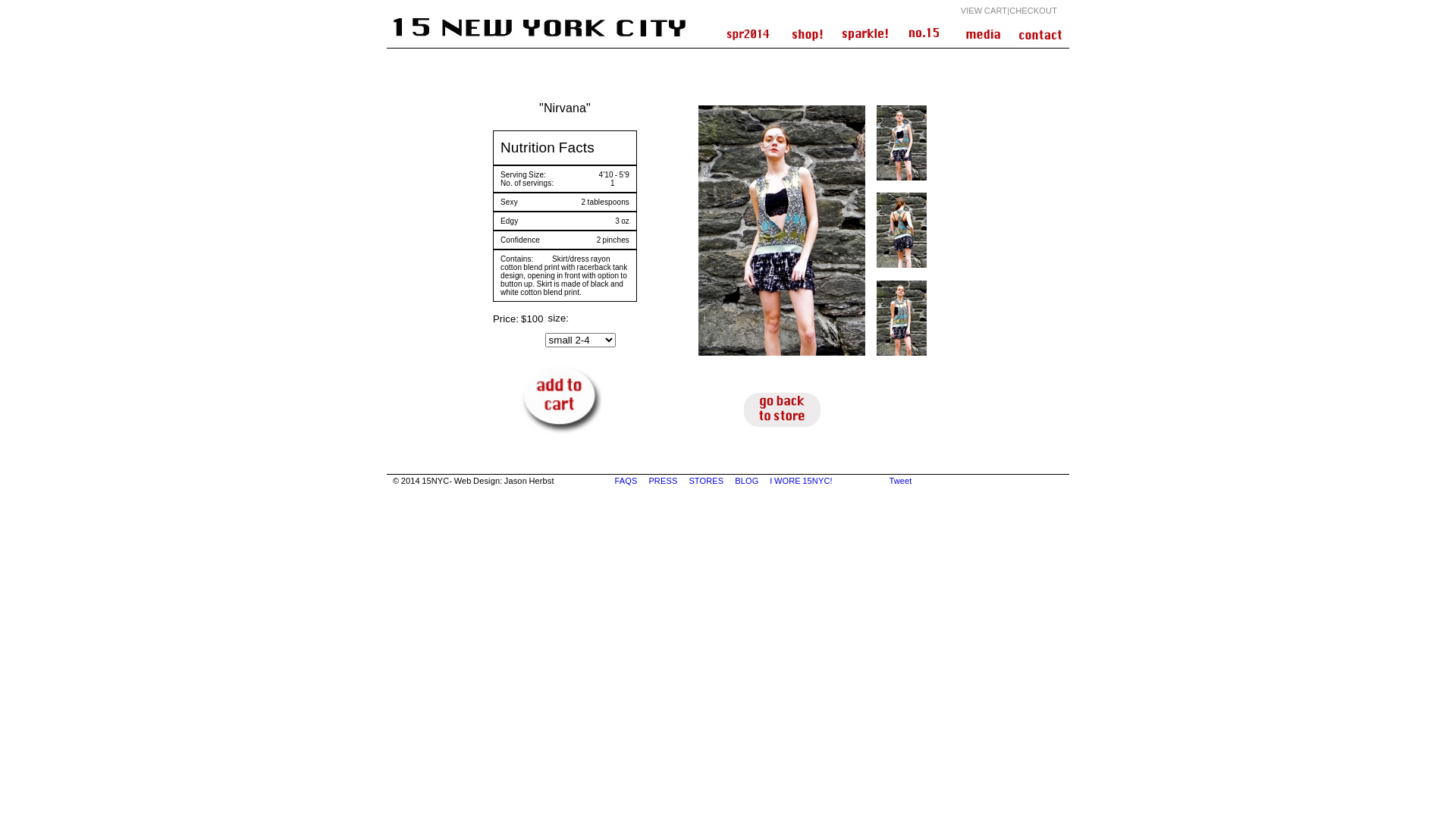  Describe the element at coordinates (705, 480) in the screenshot. I see `'STORES'` at that location.